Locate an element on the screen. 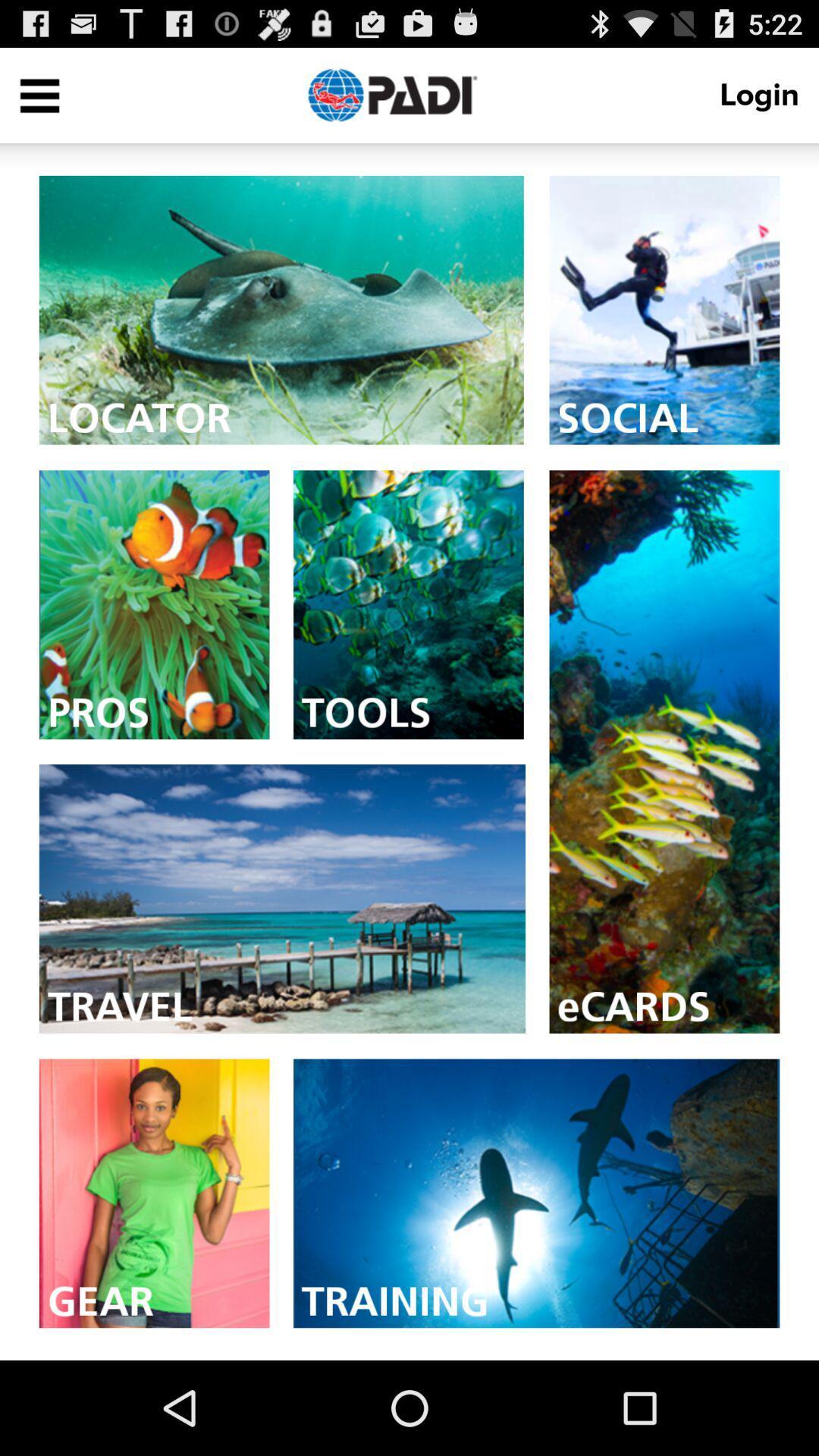 The image size is (819, 1456). different sections is located at coordinates (39, 94).